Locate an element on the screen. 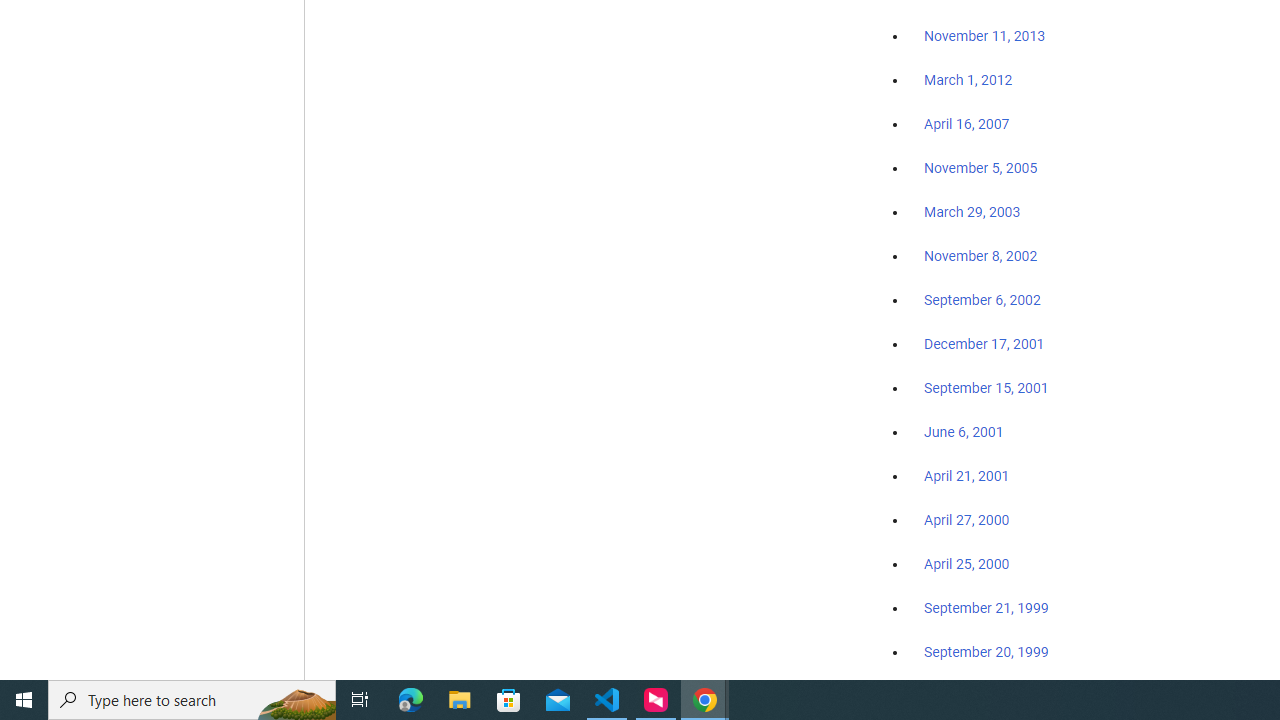 This screenshot has height=720, width=1280. 'November 5, 2005' is located at coordinates (981, 167).